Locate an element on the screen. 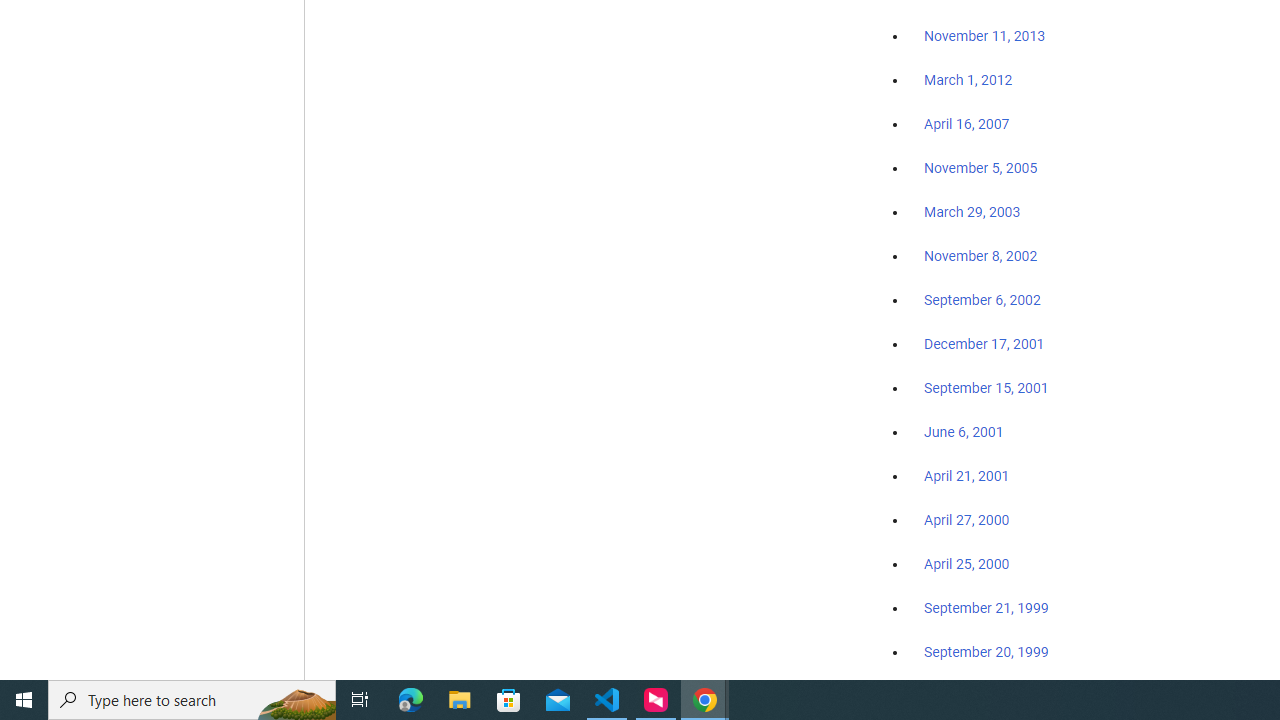 This screenshot has height=720, width=1280. 'November 5, 2005' is located at coordinates (981, 167).